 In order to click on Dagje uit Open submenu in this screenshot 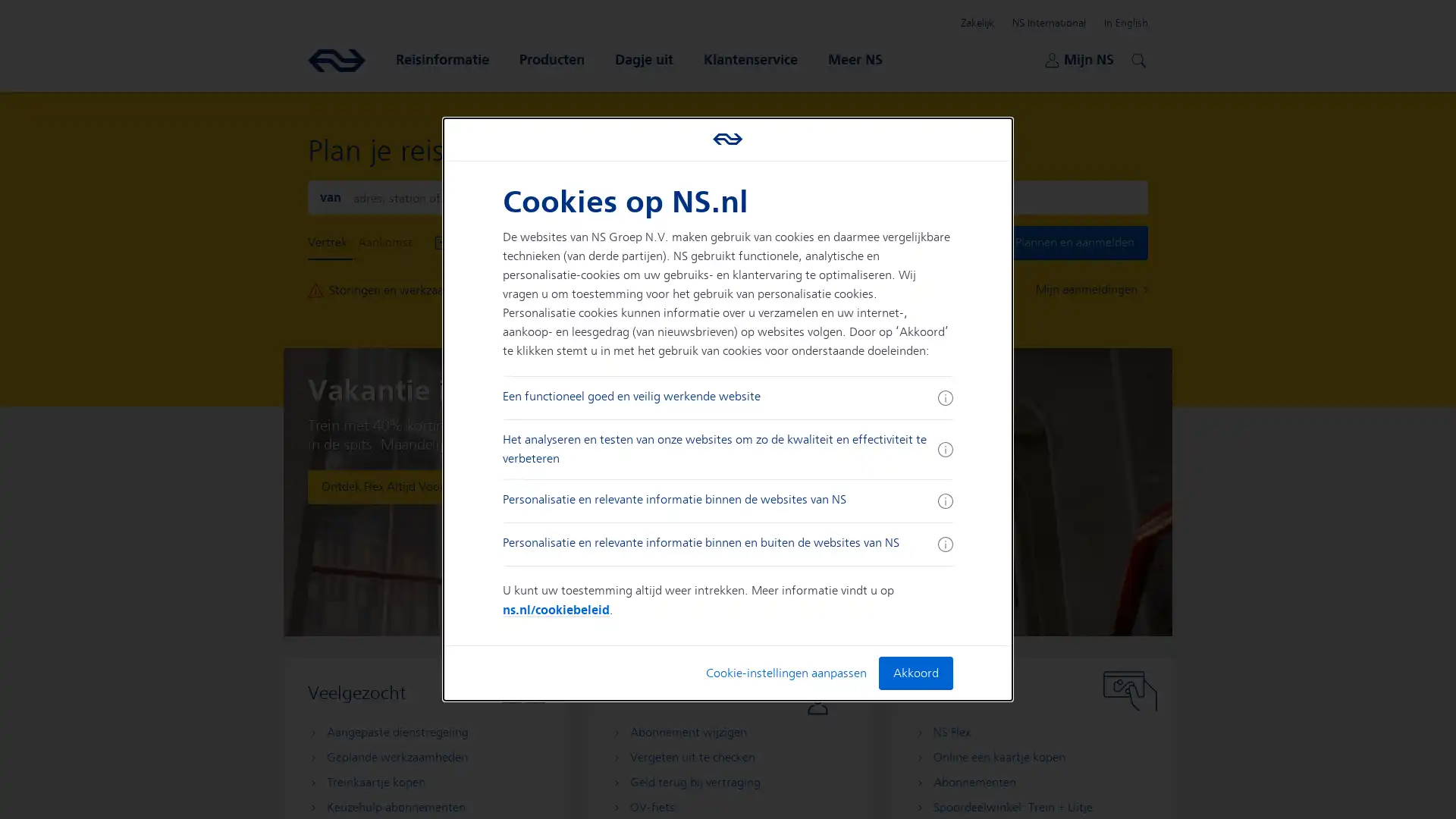, I will do `click(644, 58)`.